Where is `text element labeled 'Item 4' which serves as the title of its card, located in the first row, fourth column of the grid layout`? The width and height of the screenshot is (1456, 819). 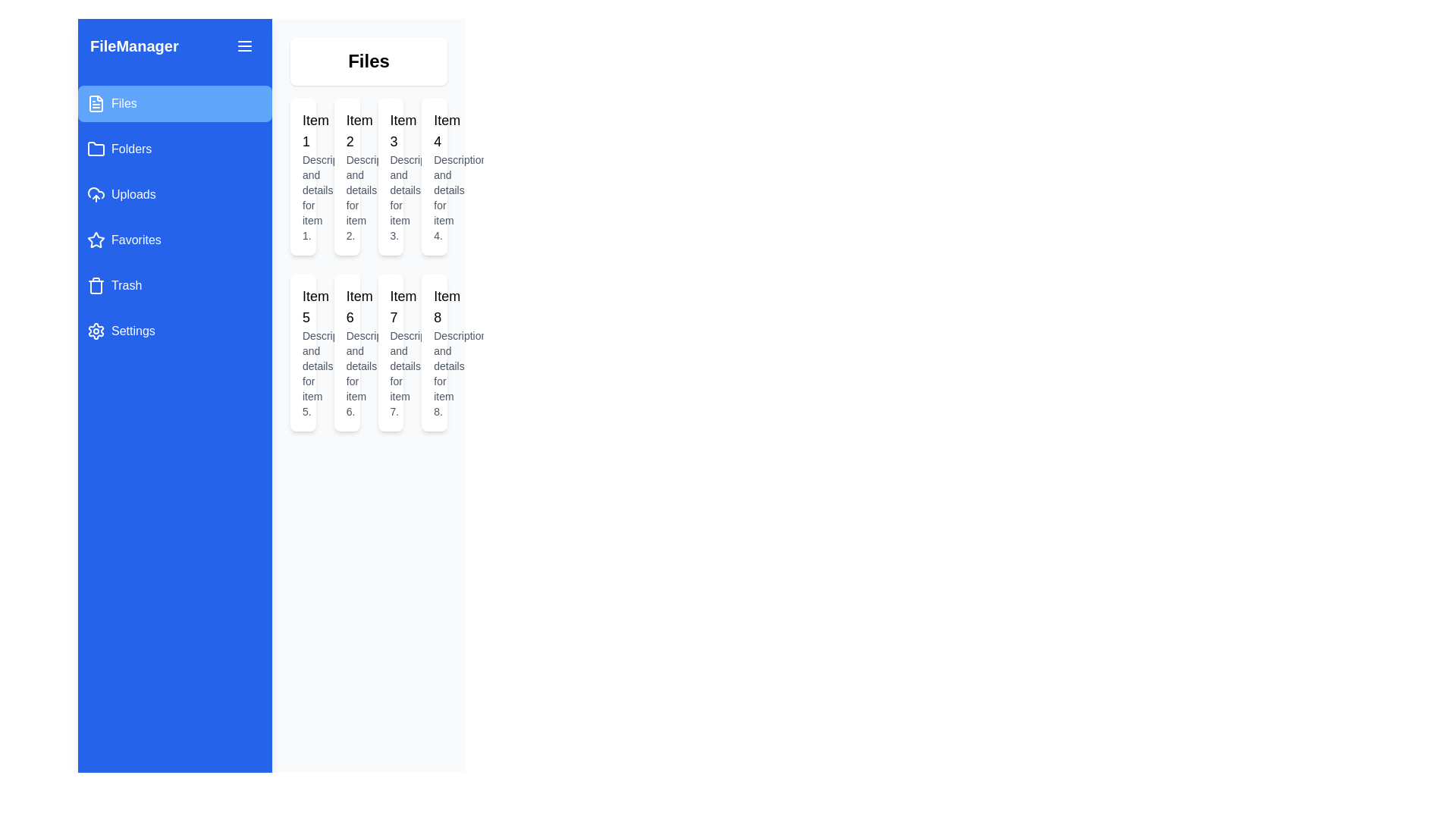 text element labeled 'Item 4' which serves as the title of its card, located in the first row, fourth column of the grid layout is located at coordinates (434, 130).